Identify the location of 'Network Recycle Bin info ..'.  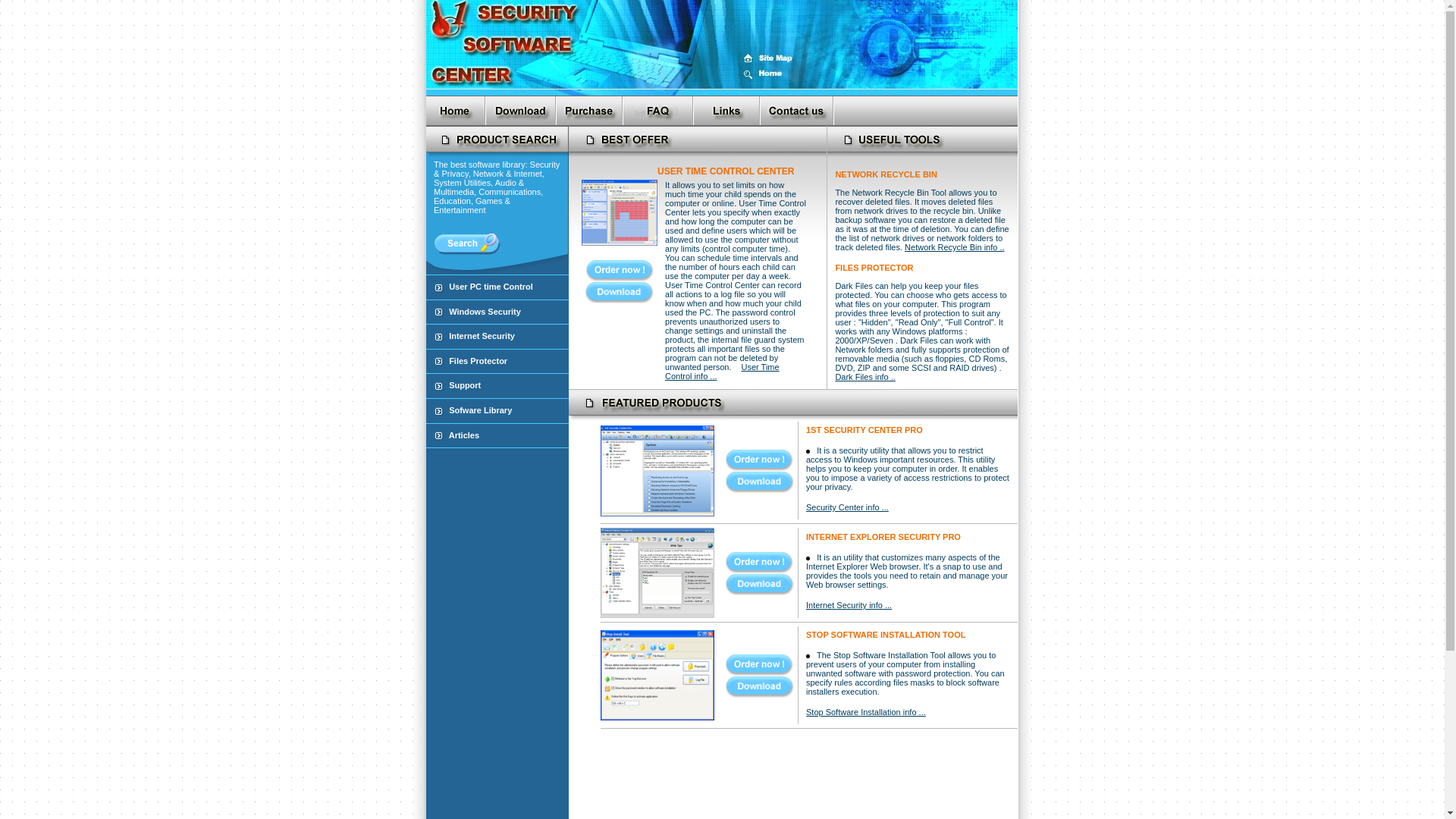
(953, 246).